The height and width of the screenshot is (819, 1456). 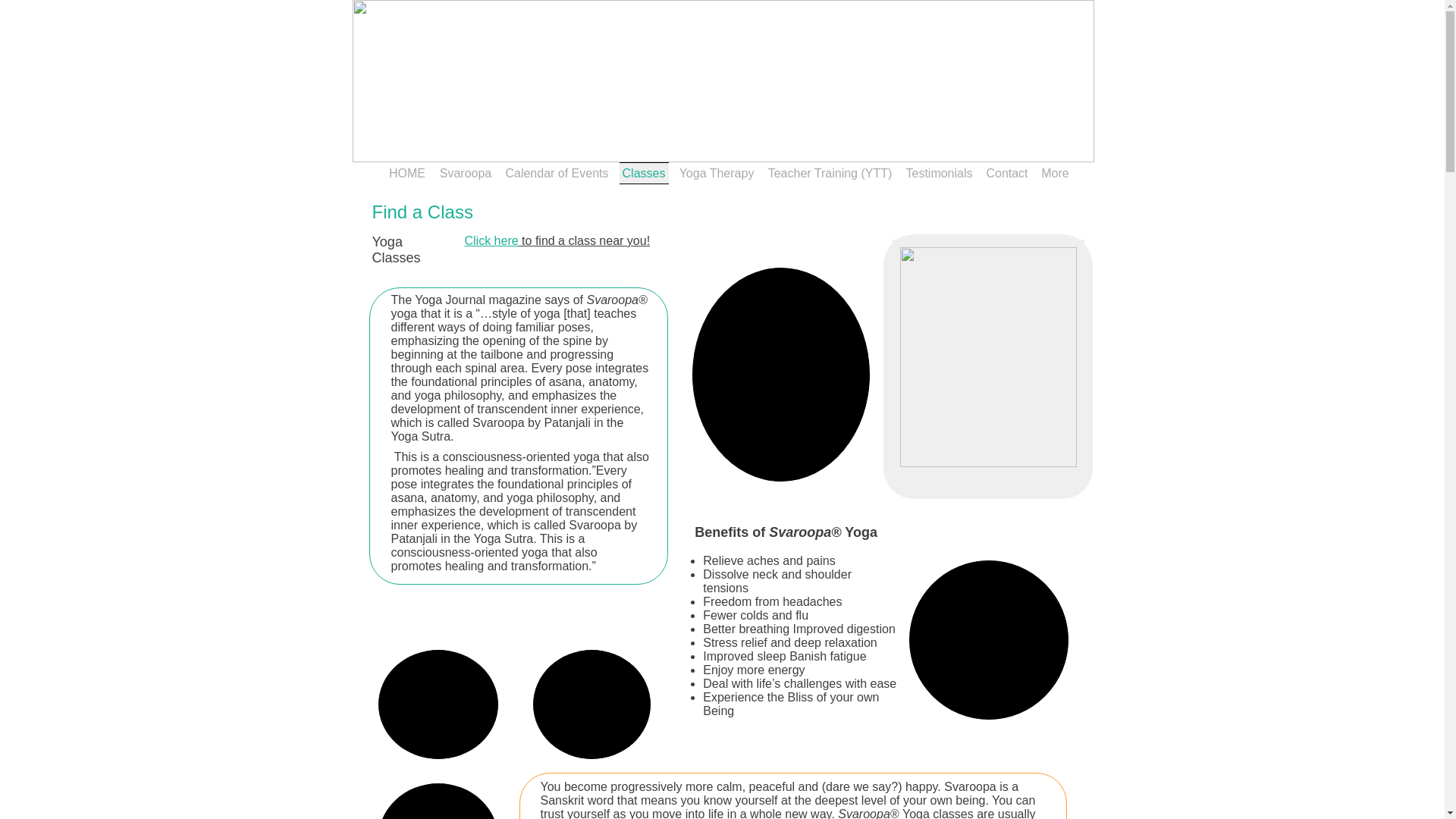 What do you see at coordinates (715, 172) in the screenshot?
I see `'Yoga Therapy'` at bounding box center [715, 172].